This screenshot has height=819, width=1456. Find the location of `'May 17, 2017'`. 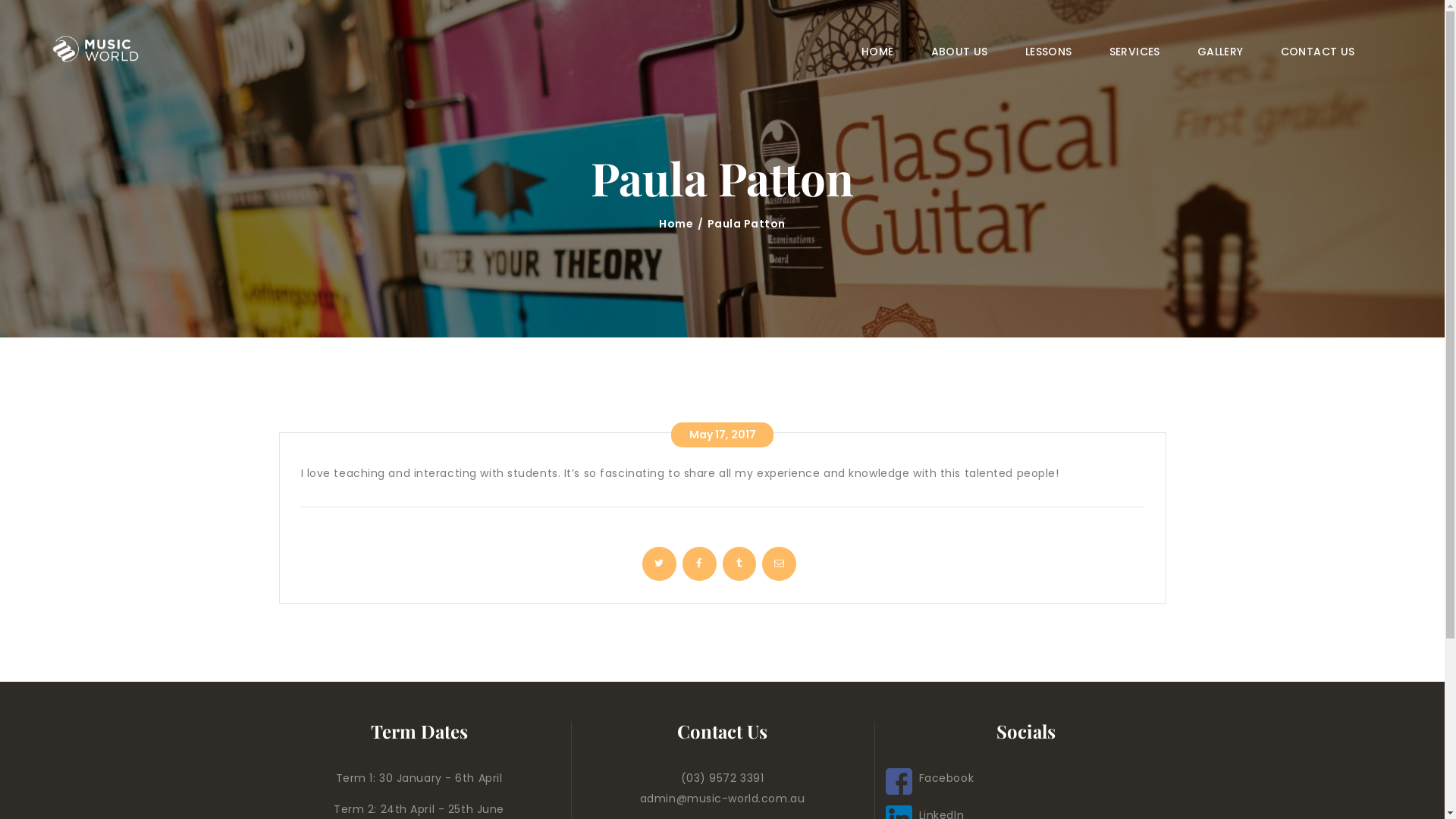

'May 17, 2017' is located at coordinates (670, 435).